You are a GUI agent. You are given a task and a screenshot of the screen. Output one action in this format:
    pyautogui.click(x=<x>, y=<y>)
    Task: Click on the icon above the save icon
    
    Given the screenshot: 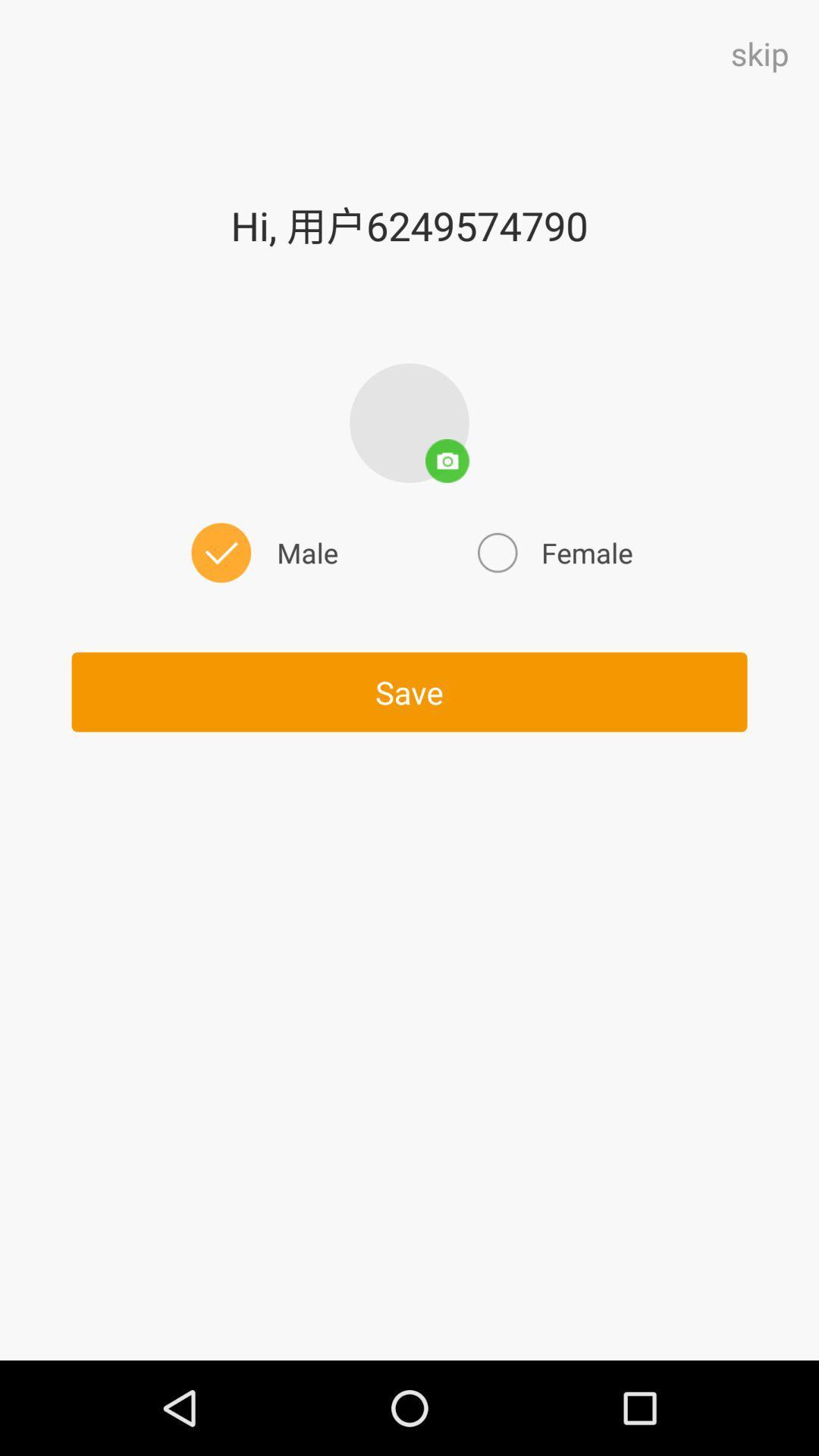 What is the action you would take?
    pyautogui.click(x=553, y=552)
    